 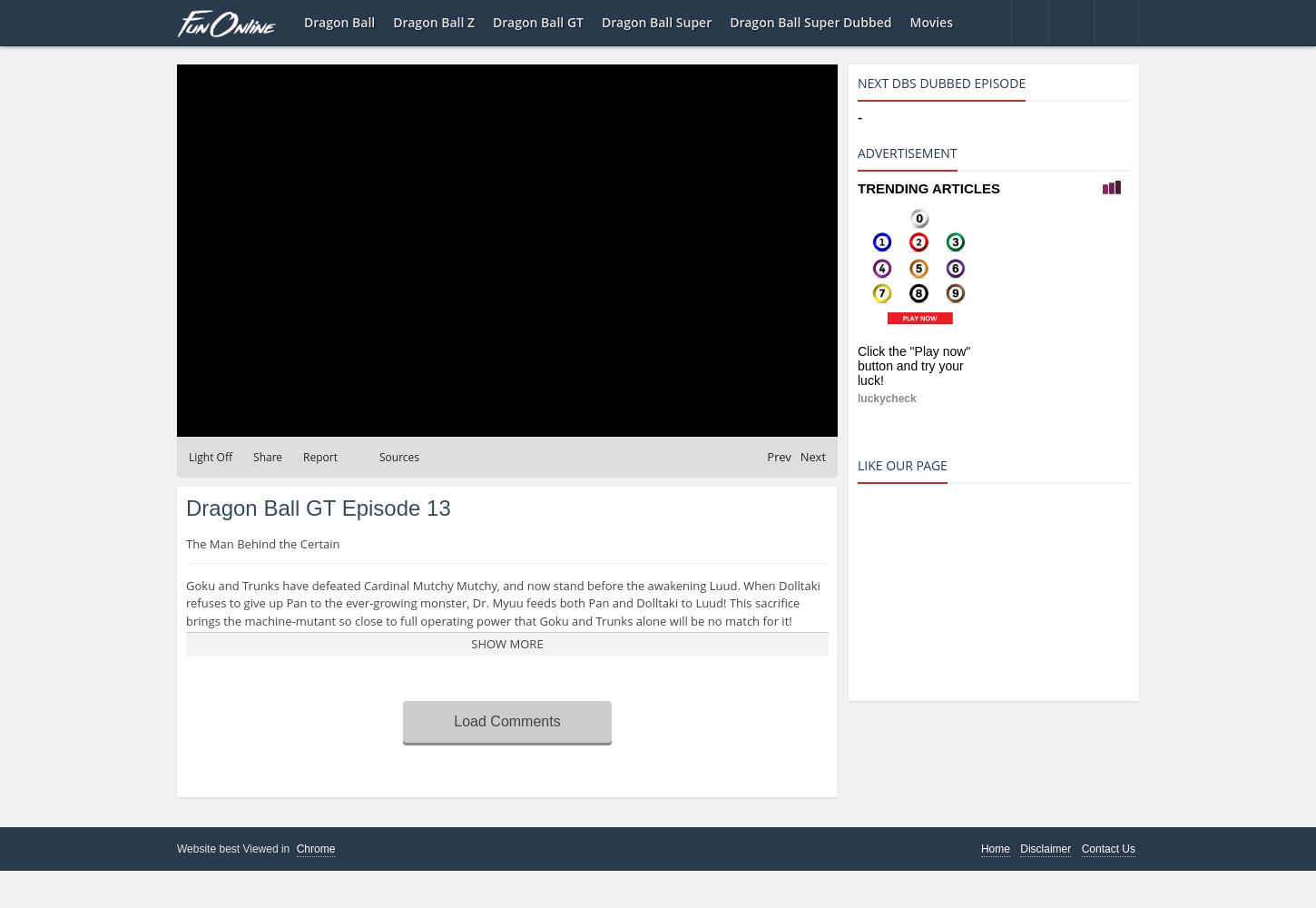 I want to click on 'The Man Behind the Certain', so click(x=262, y=543).